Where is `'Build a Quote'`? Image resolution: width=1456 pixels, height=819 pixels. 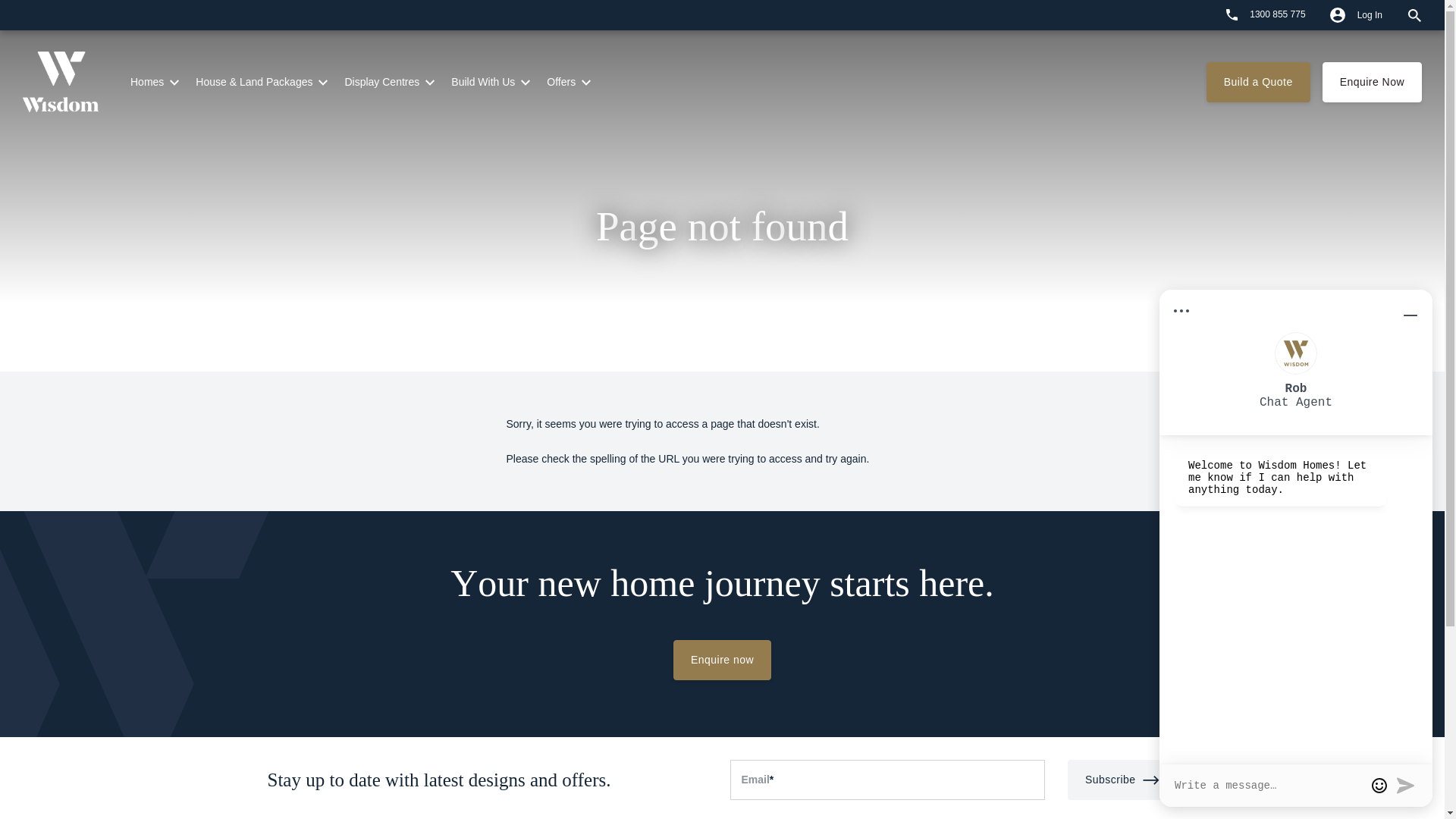
'Build a Quote' is located at coordinates (1258, 82).